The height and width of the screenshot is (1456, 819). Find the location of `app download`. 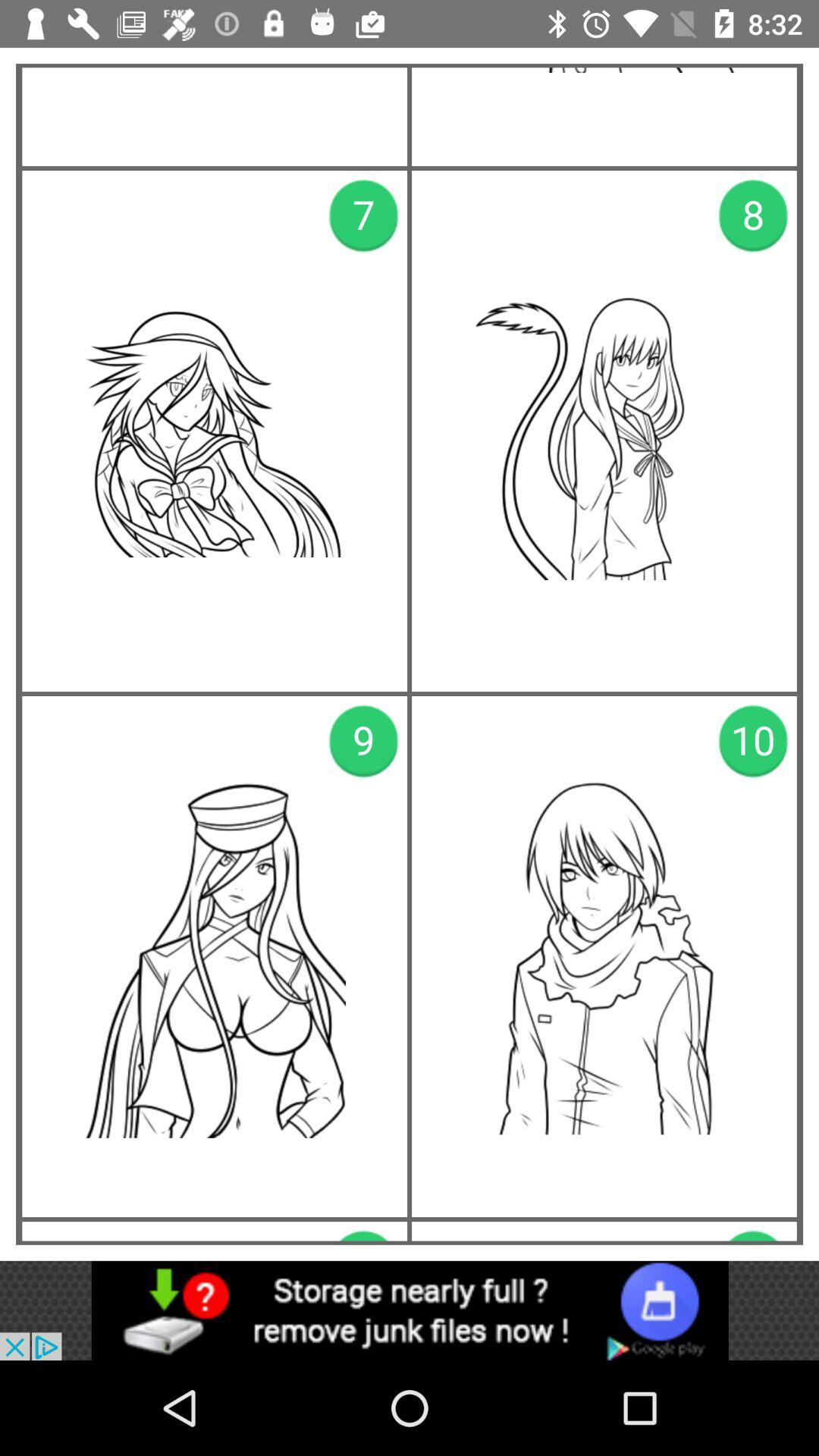

app download is located at coordinates (409, 1310).